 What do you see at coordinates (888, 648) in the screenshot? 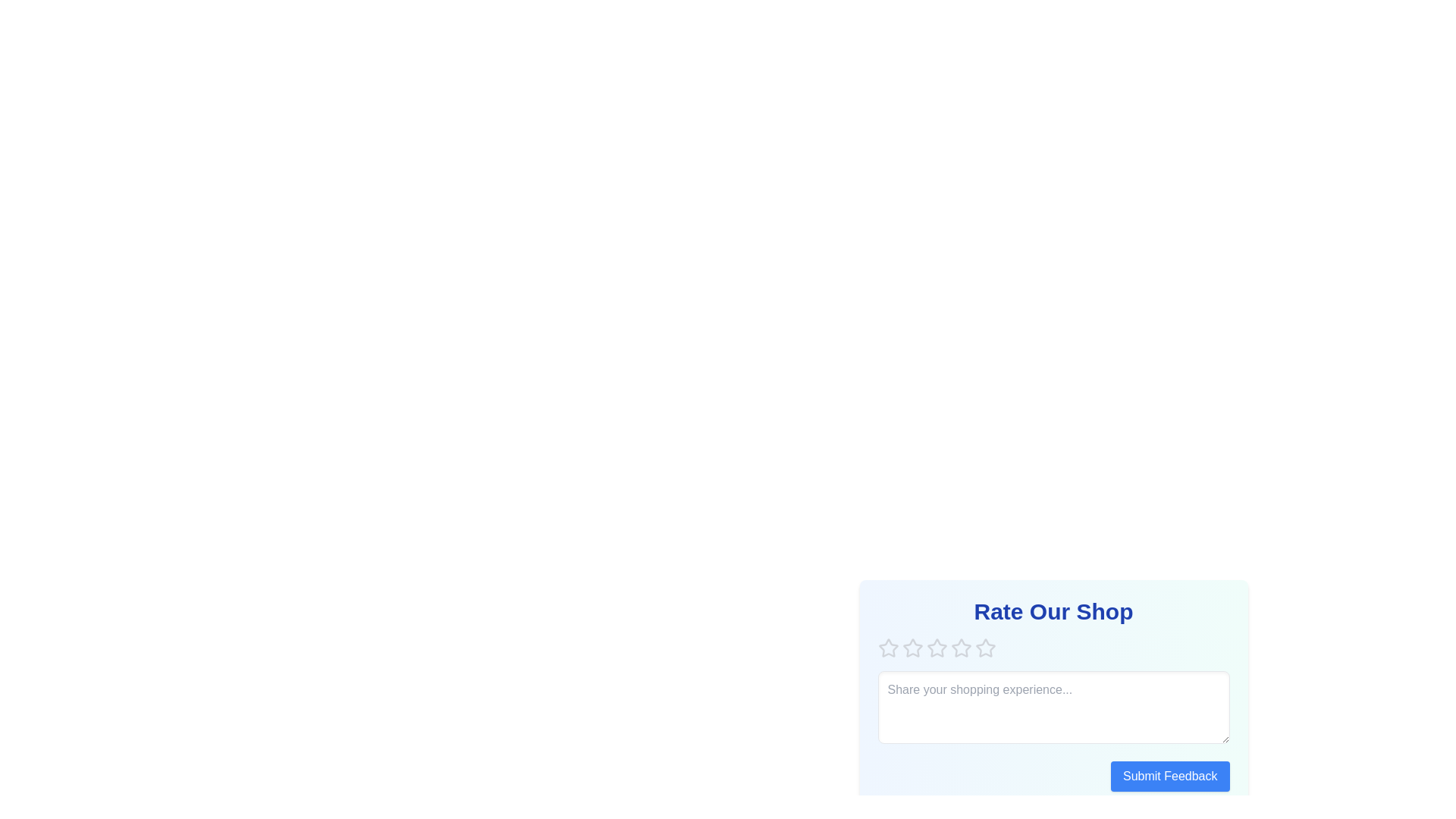
I see `the star corresponding to 1 to preview the rating` at bounding box center [888, 648].